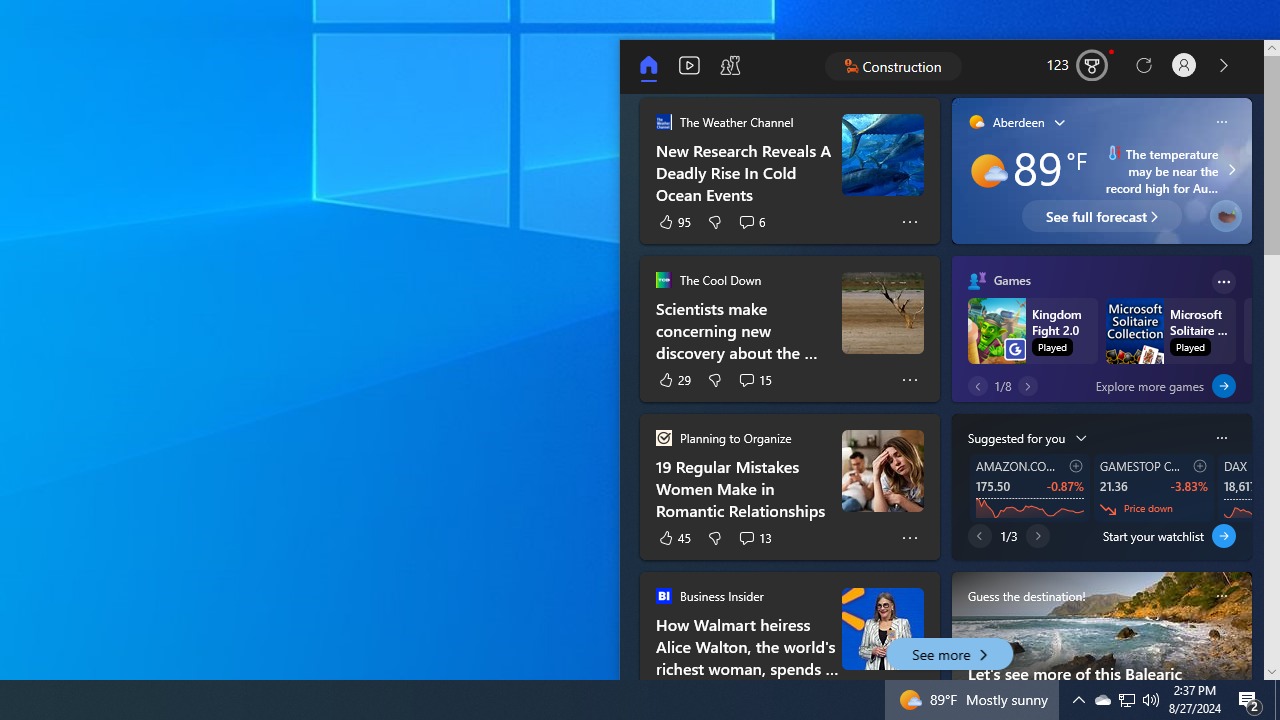  Describe the element at coordinates (751, 222) in the screenshot. I see `'See 6 comments'` at that location.